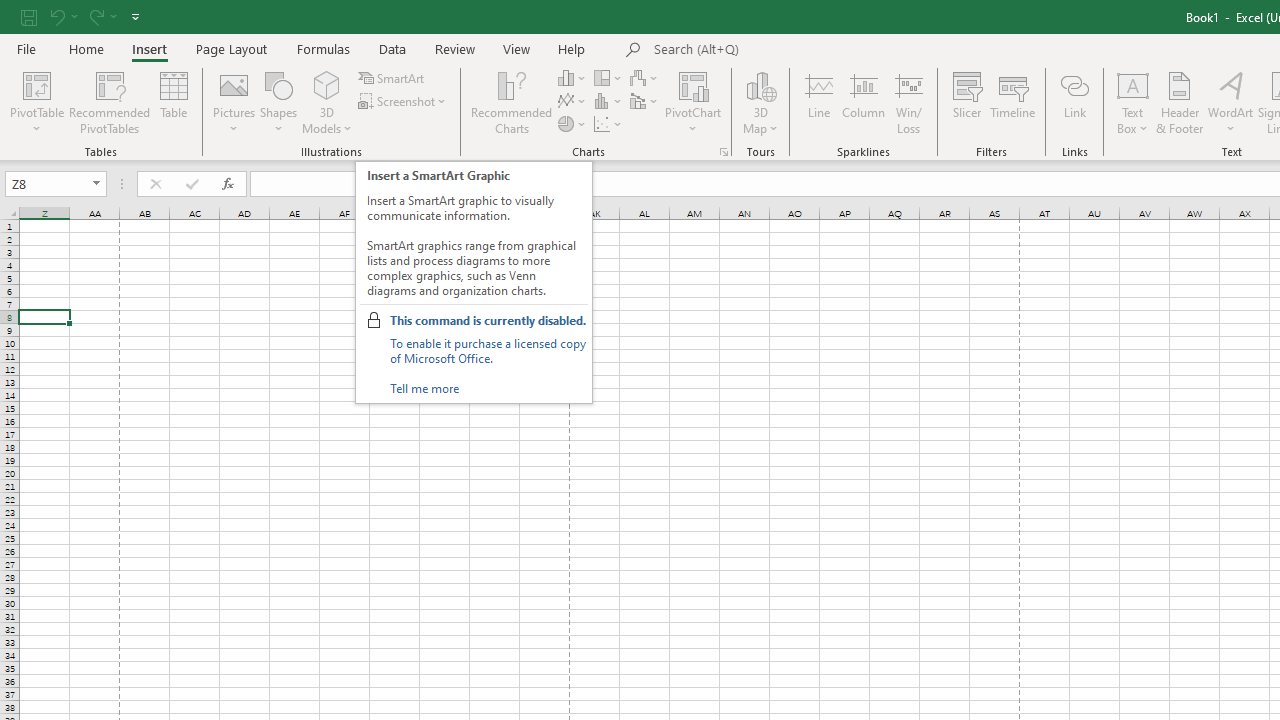  Describe the element at coordinates (10, 11) in the screenshot. I see `'System'` at that location.